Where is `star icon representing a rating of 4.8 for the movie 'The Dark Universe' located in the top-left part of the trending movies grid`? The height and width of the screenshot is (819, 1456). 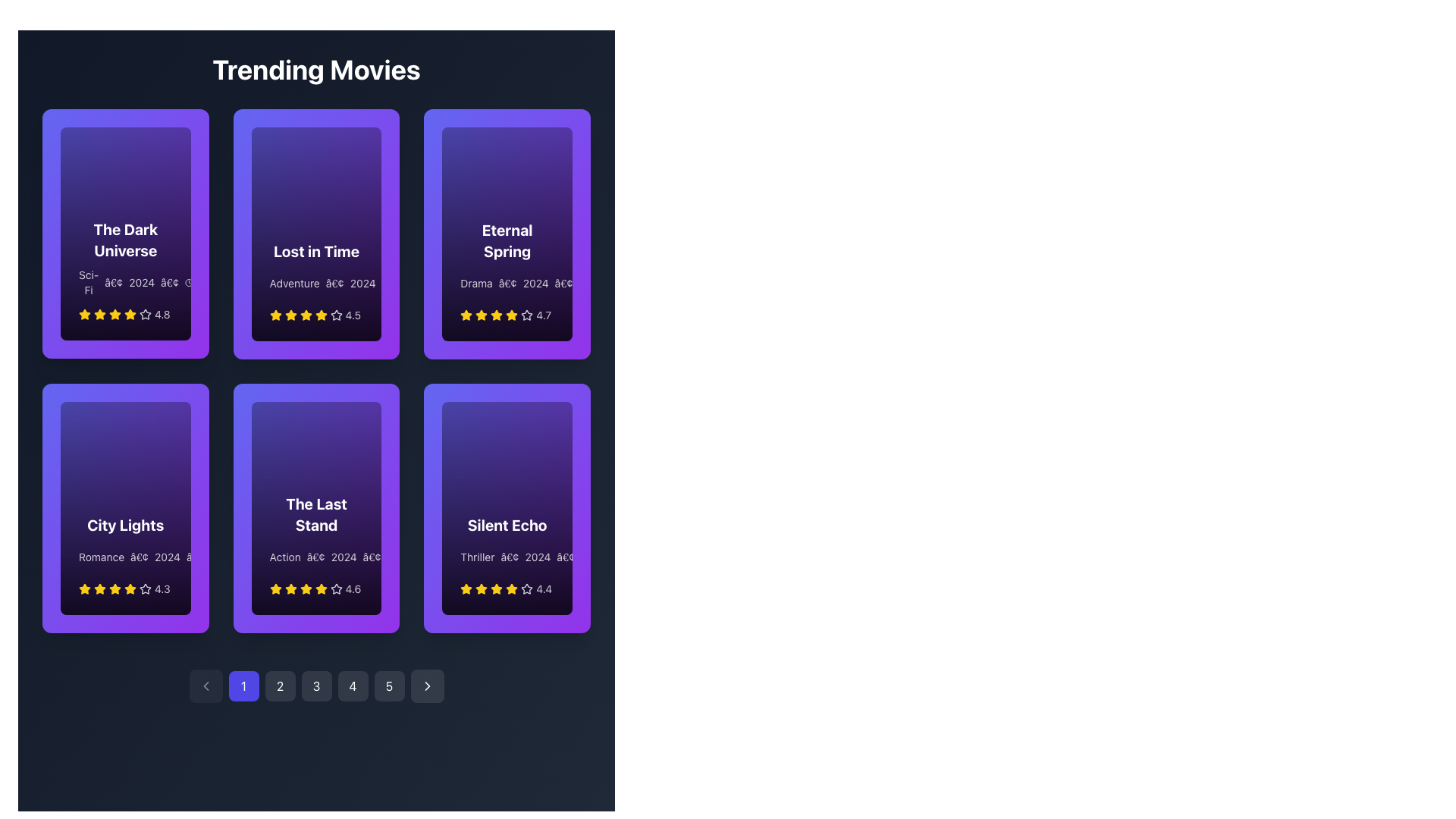
star icon representing a rating of 4.8 for the movie 'The Dark Universe' located in the top-left part of the trending movies grid is located at coordinates (146, 314).